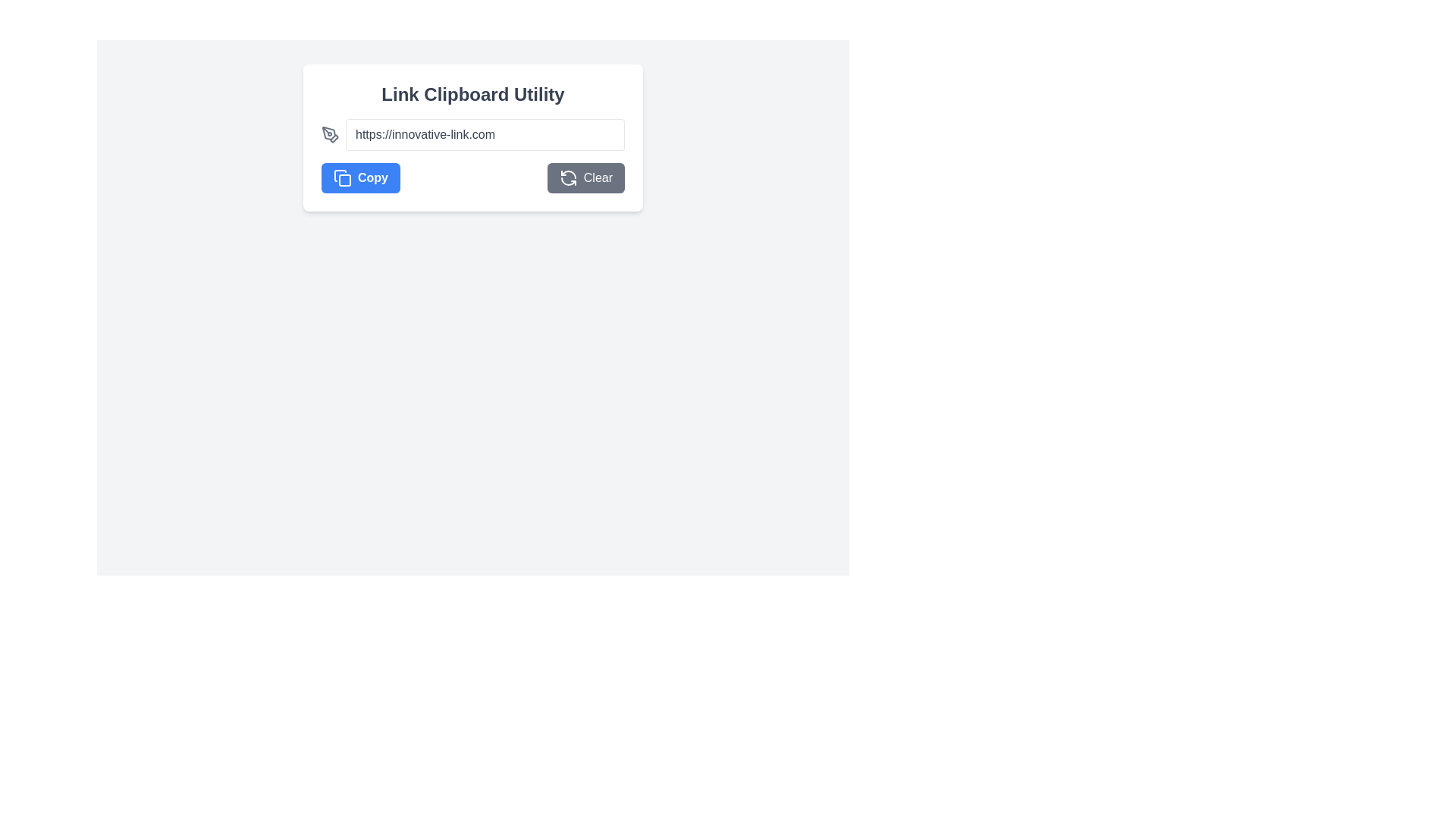  I want to click on the reset button located at the bottom-right of the control bar, adjacent to the 'Copy' button, to clear the associated data or reset the field, so click(585, 177).